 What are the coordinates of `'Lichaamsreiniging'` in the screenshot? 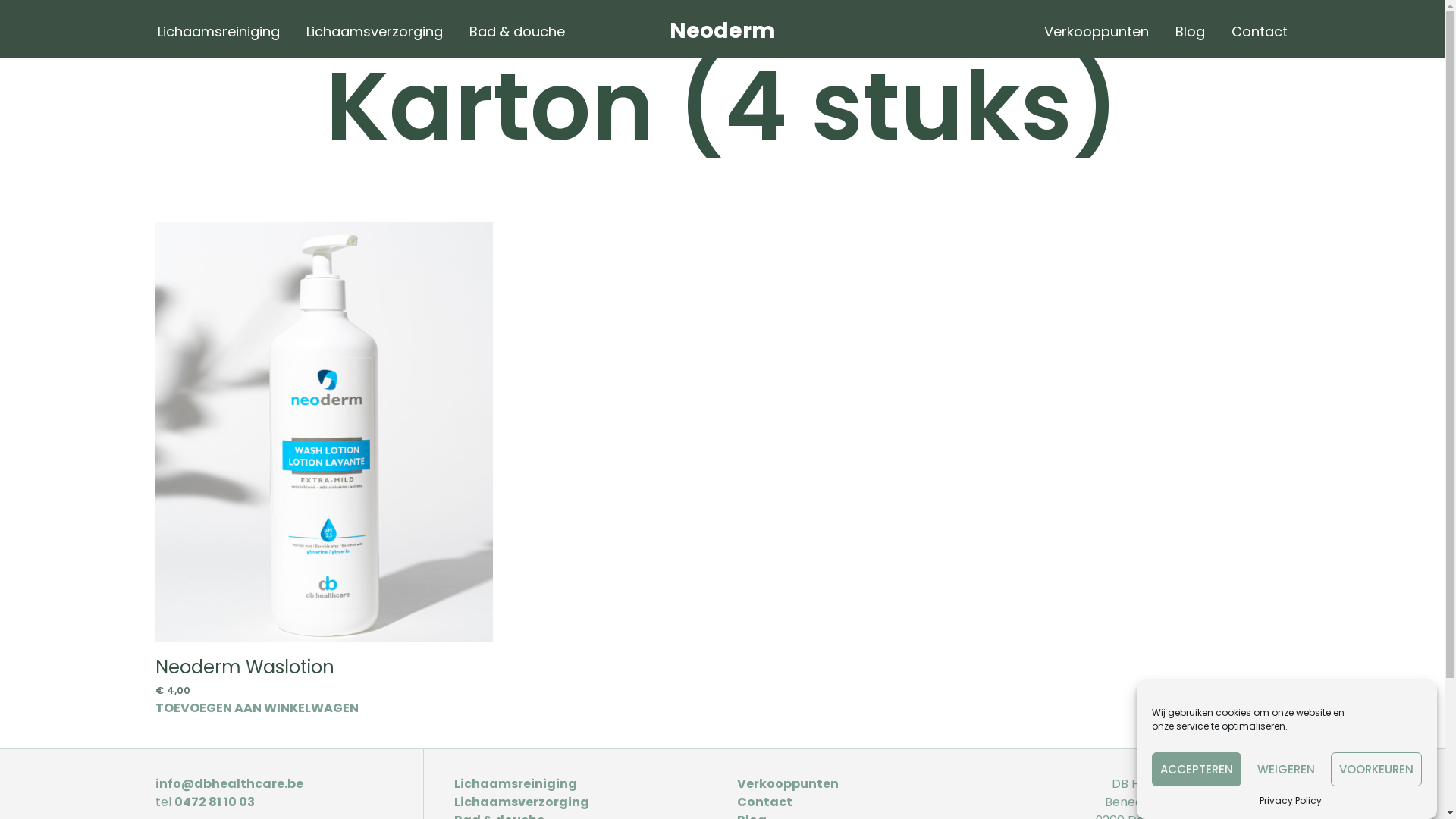 It's located at (146, 31).